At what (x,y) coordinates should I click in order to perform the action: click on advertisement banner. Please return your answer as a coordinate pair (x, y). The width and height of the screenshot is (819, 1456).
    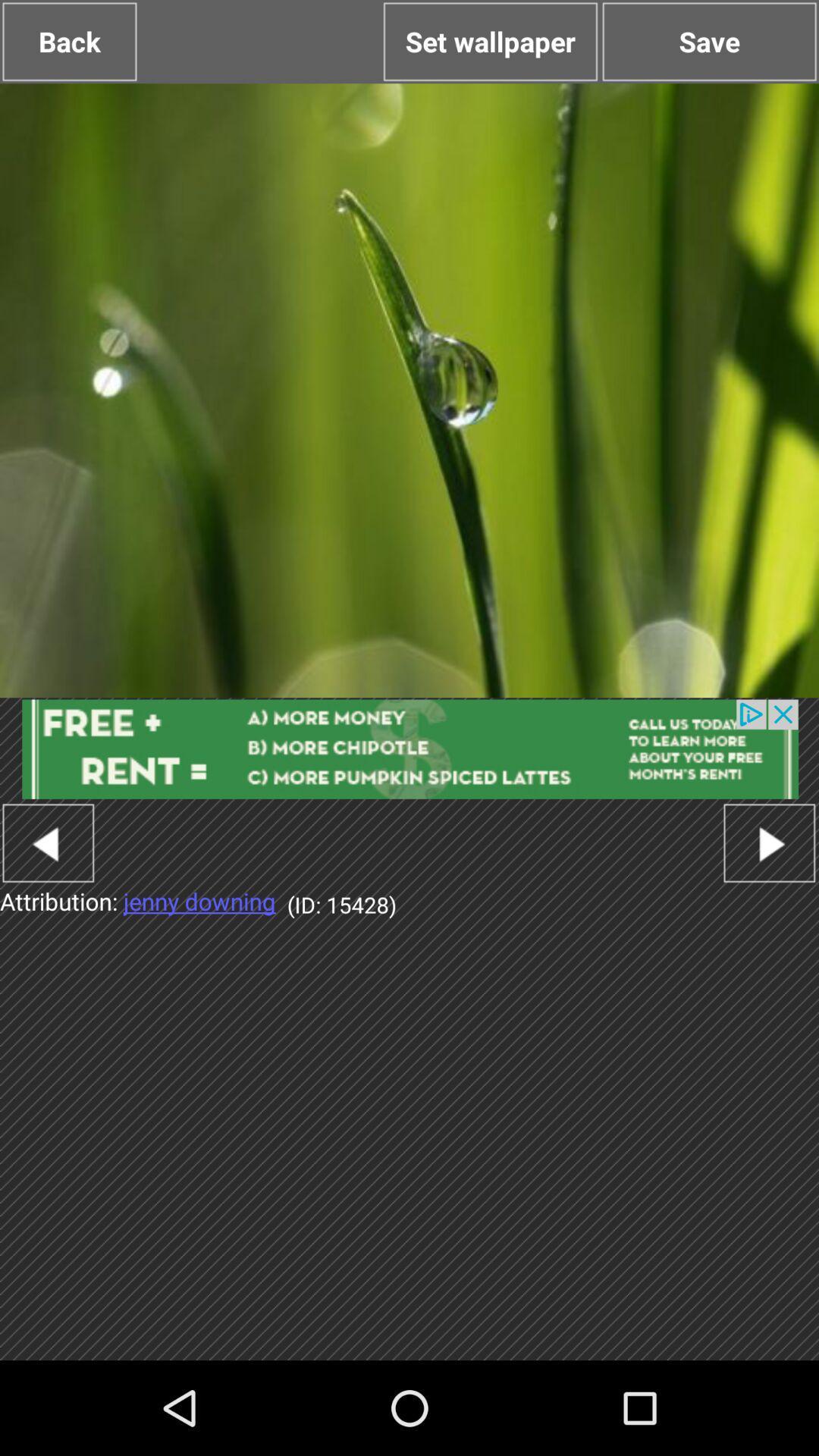
    Looking at the image, I should click on (409, 749).